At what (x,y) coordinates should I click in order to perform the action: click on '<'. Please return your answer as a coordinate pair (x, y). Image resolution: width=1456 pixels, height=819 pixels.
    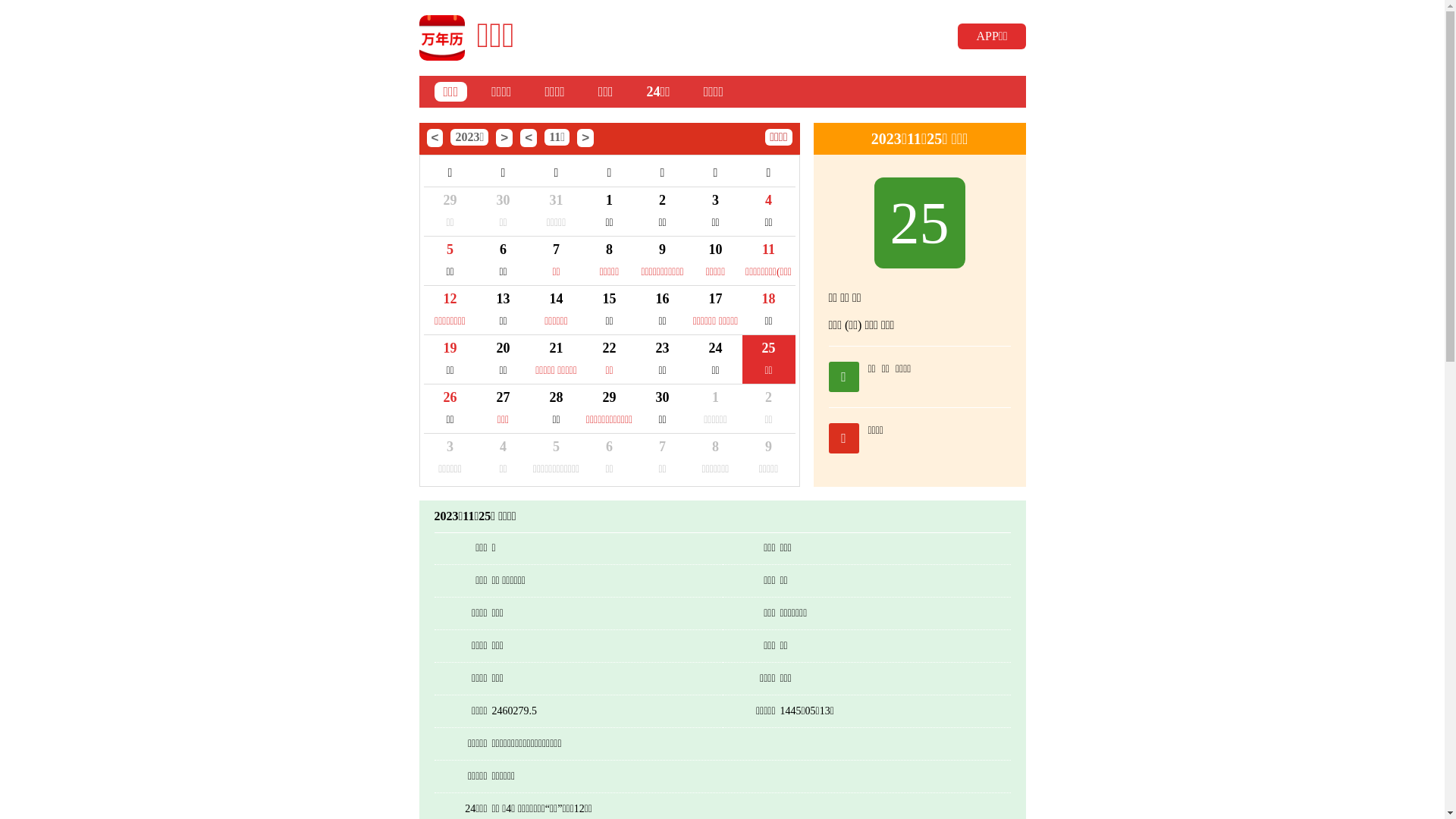
    Looking at the image, I should click on (433, 137).